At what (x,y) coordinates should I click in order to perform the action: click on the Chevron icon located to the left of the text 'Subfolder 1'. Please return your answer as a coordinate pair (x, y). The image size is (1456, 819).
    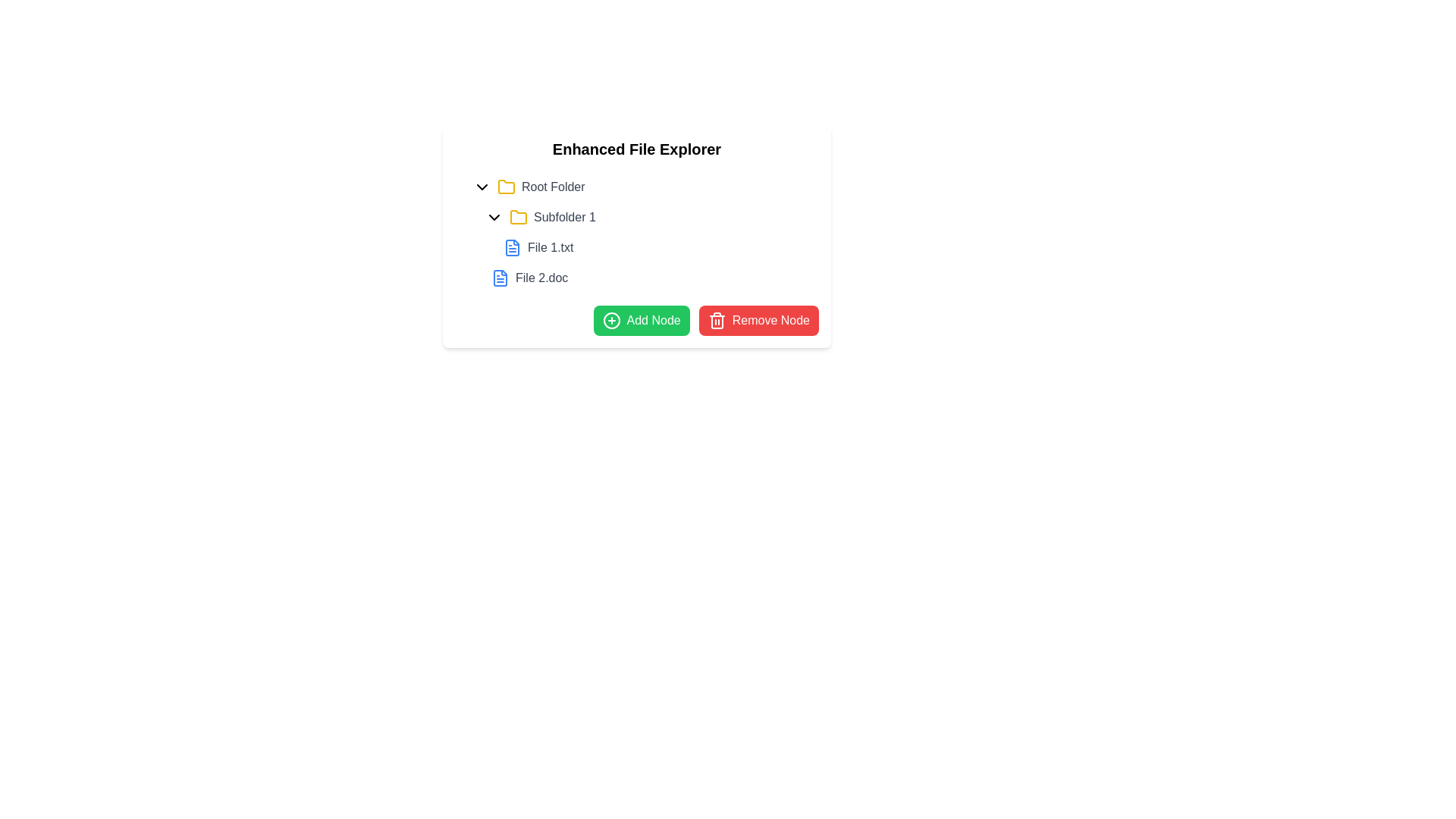
    Looking at the image, I should click on (494, 217).